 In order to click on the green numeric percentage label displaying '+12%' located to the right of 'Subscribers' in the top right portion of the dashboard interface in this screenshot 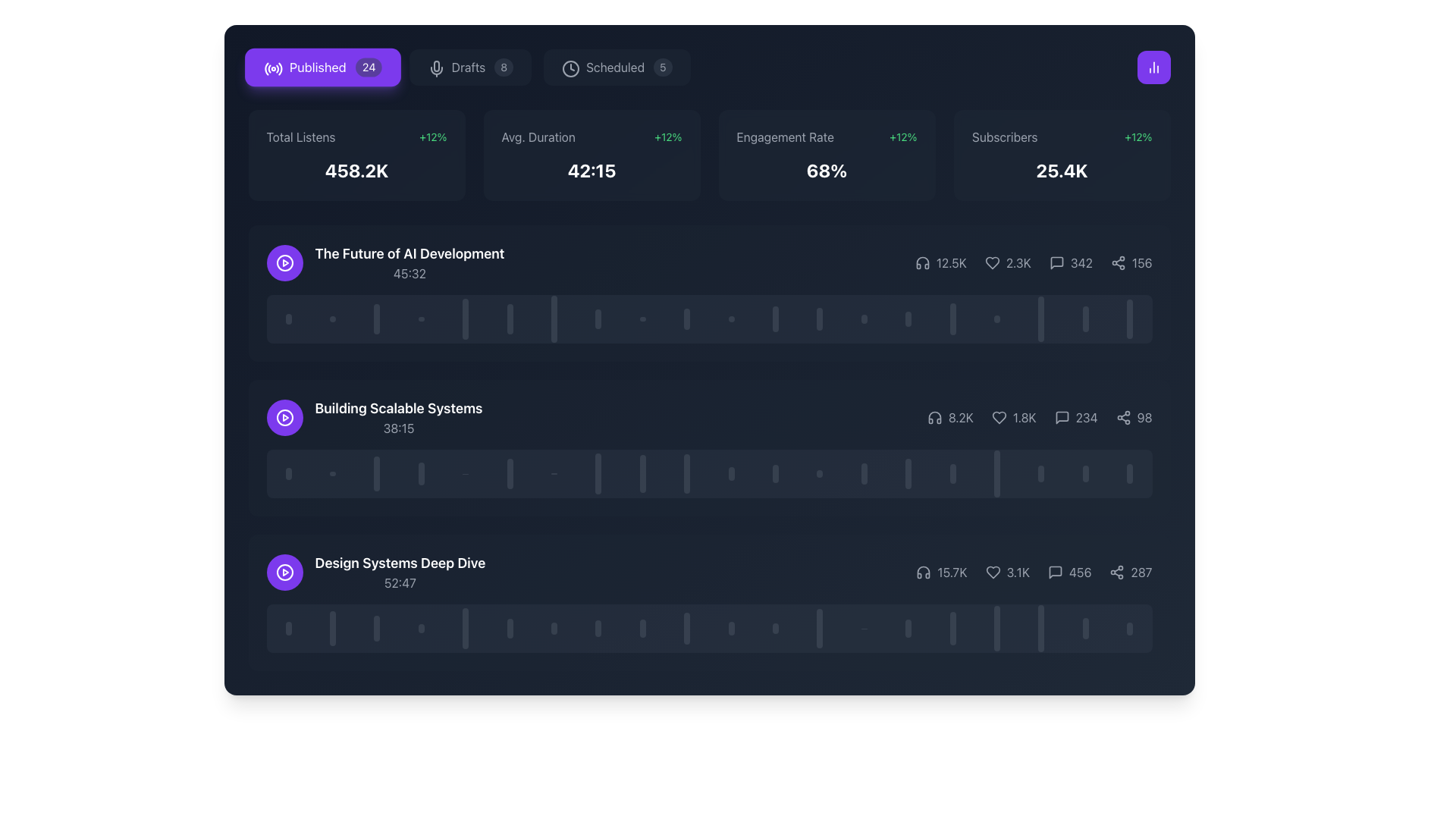, I will do `click(1138, 137)`.